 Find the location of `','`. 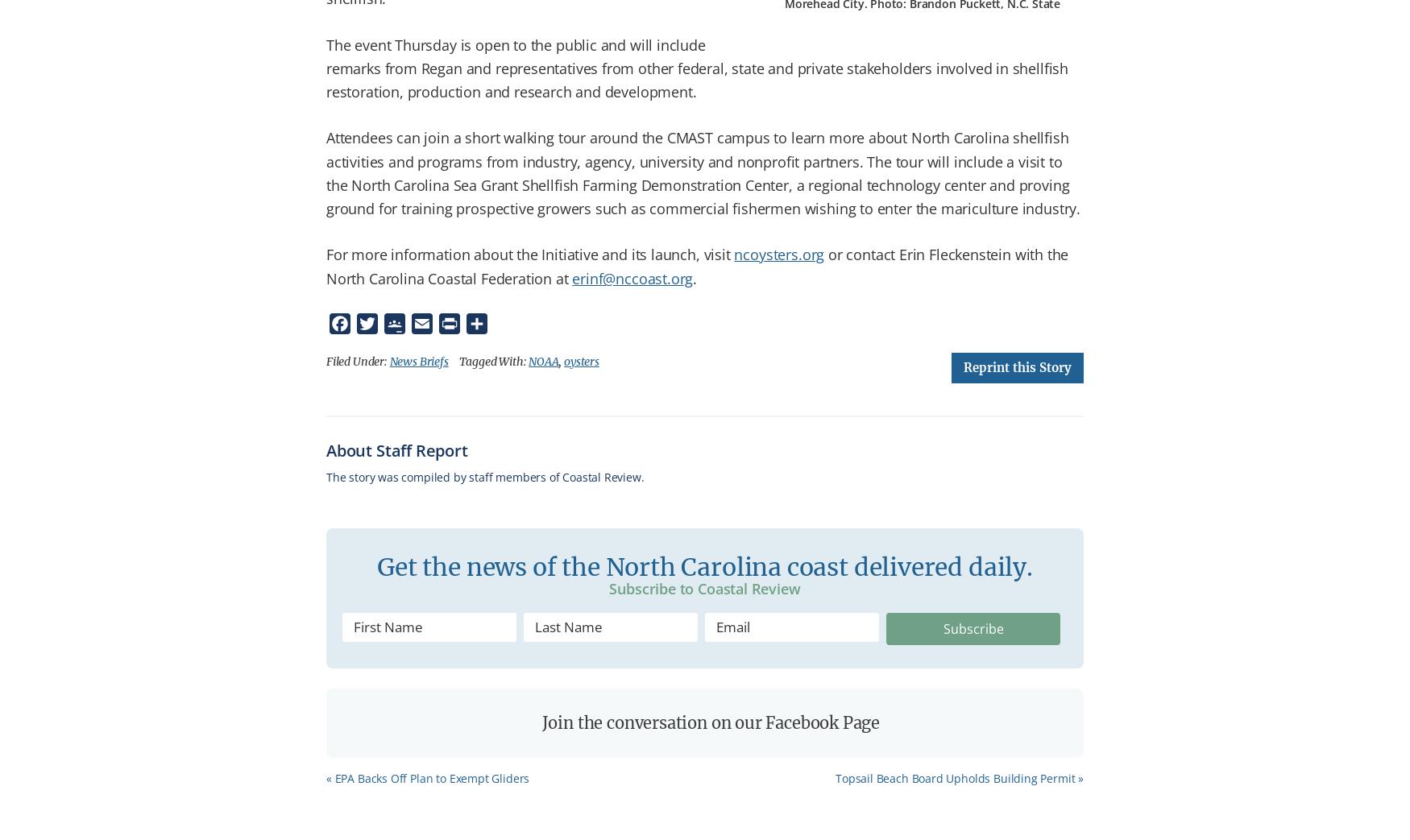

',' is located at coordinates (561, 360).